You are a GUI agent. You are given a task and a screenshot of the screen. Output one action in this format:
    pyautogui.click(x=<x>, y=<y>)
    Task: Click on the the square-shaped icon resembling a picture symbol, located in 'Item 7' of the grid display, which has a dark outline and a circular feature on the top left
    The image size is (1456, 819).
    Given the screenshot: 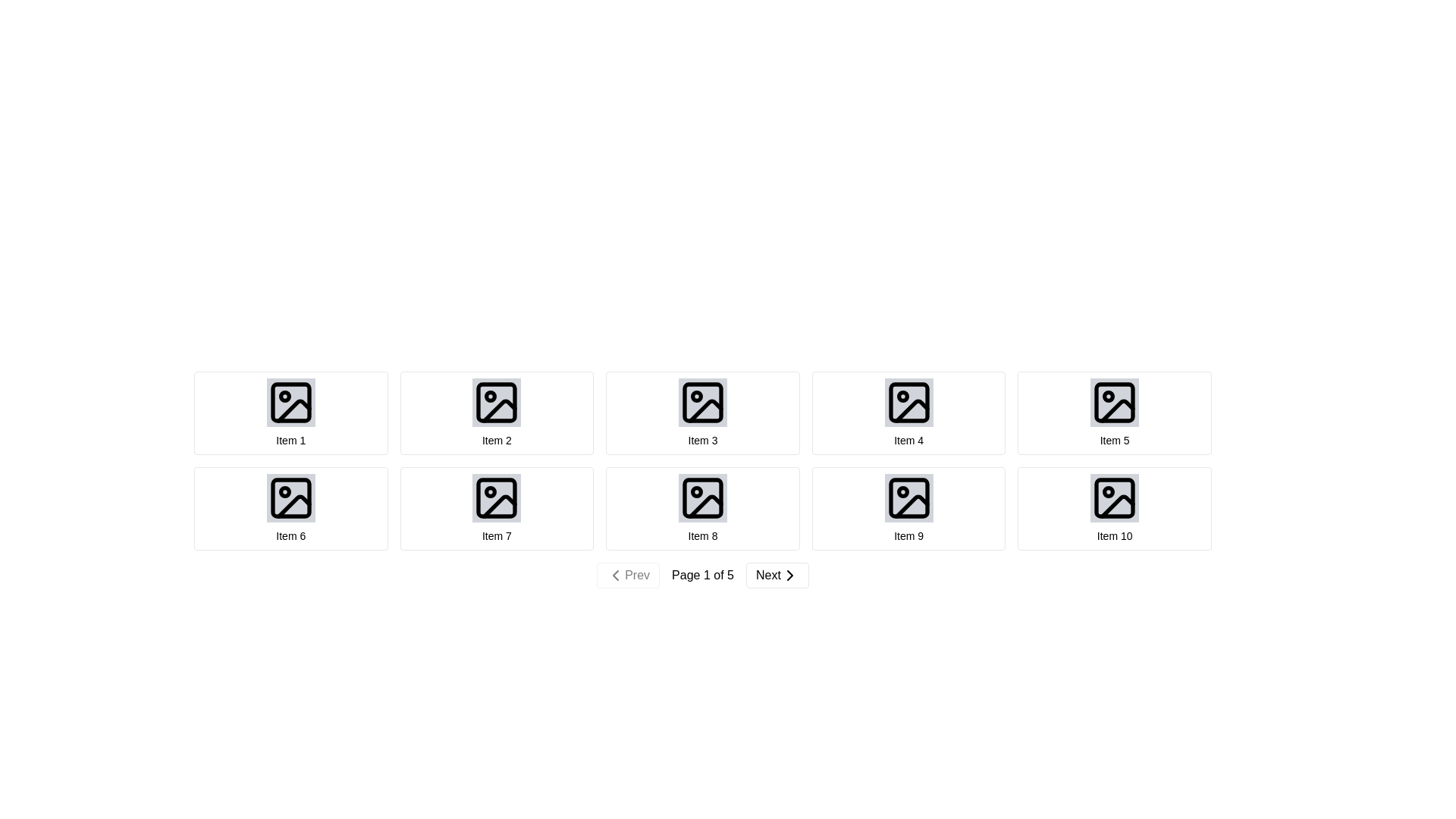 What is the action you would take?
    pyautogui.click(x=497, y=497)
    